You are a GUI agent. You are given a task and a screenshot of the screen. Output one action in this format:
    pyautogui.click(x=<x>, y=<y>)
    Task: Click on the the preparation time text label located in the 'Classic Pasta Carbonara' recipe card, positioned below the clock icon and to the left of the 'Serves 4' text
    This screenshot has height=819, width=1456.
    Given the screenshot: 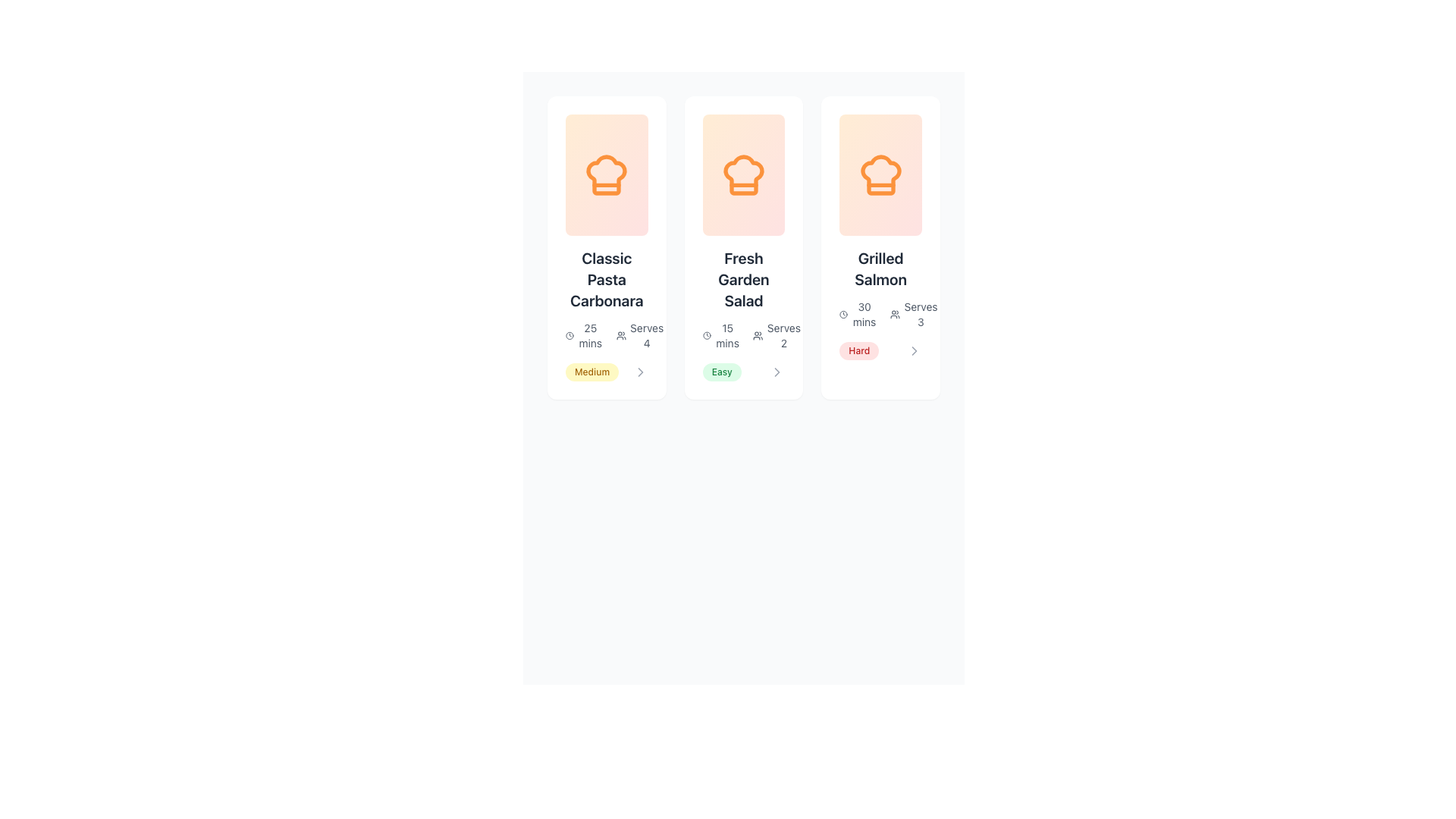 What is the action you would take?
    pyautogui.click(x=589, y=335)
    